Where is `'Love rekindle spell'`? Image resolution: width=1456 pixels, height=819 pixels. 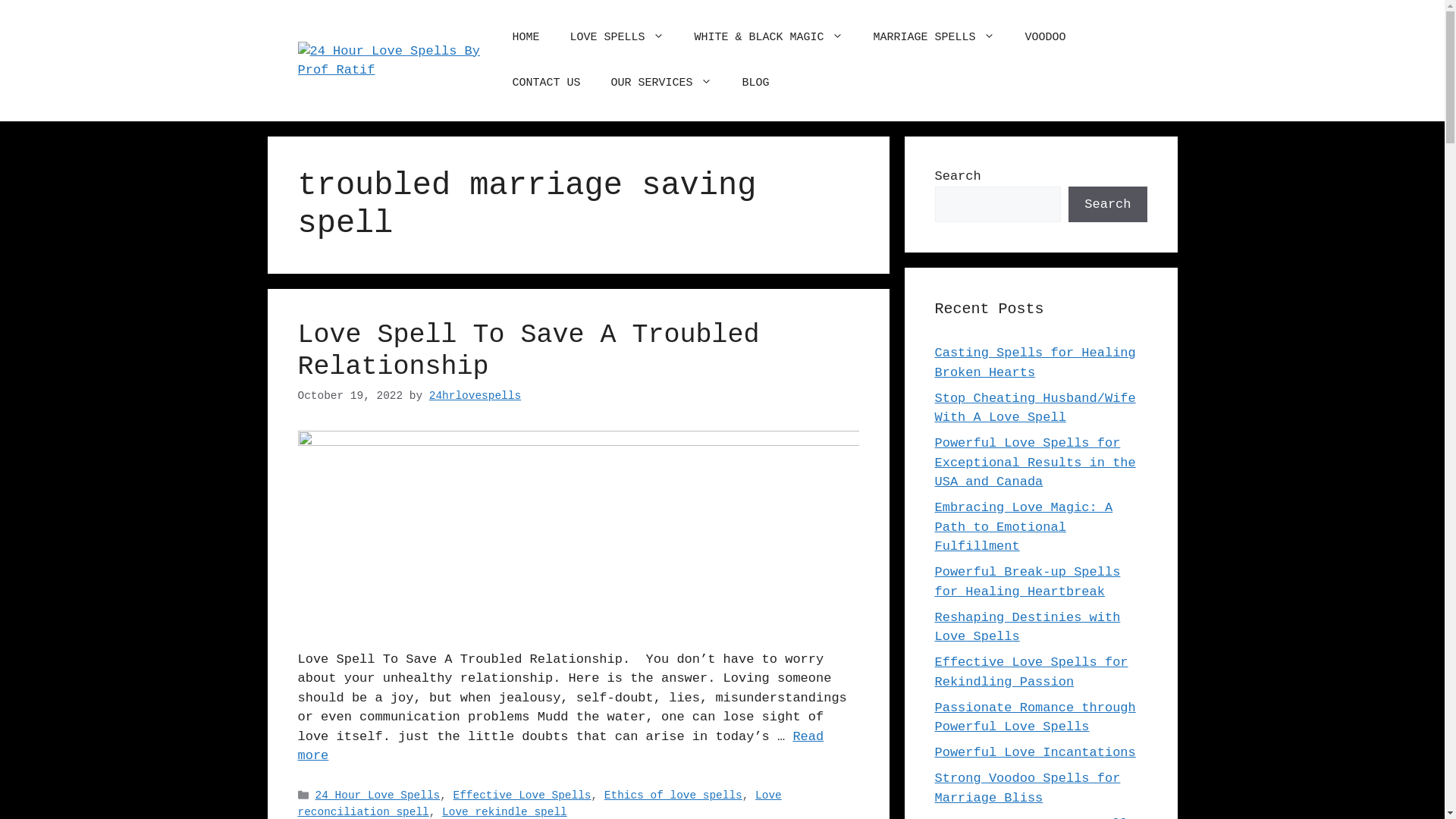
'Love rekindle spell' is located at coordinates (504, 811).